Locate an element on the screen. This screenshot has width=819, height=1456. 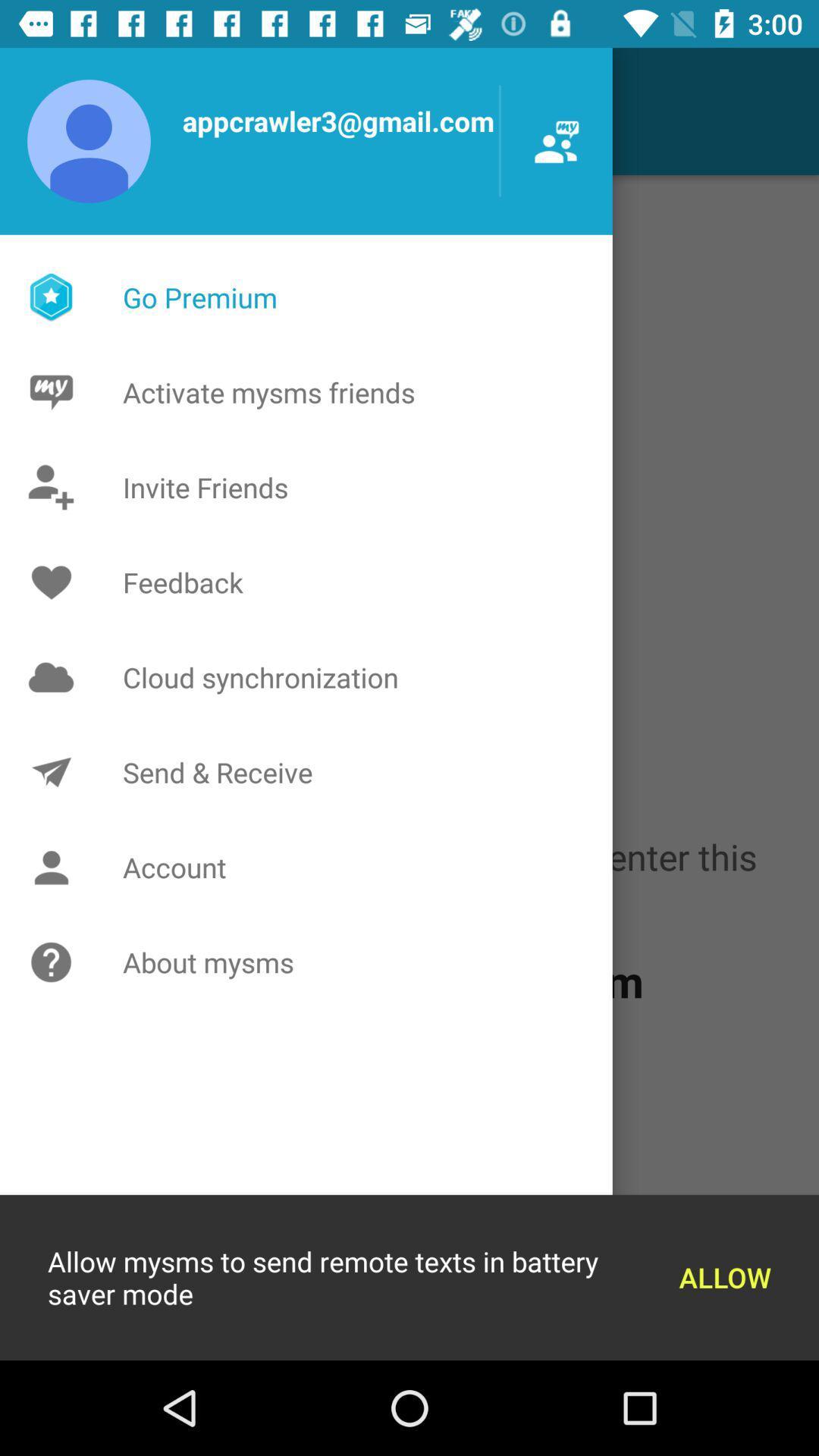
the user icon is located at coordinates (93, 141).